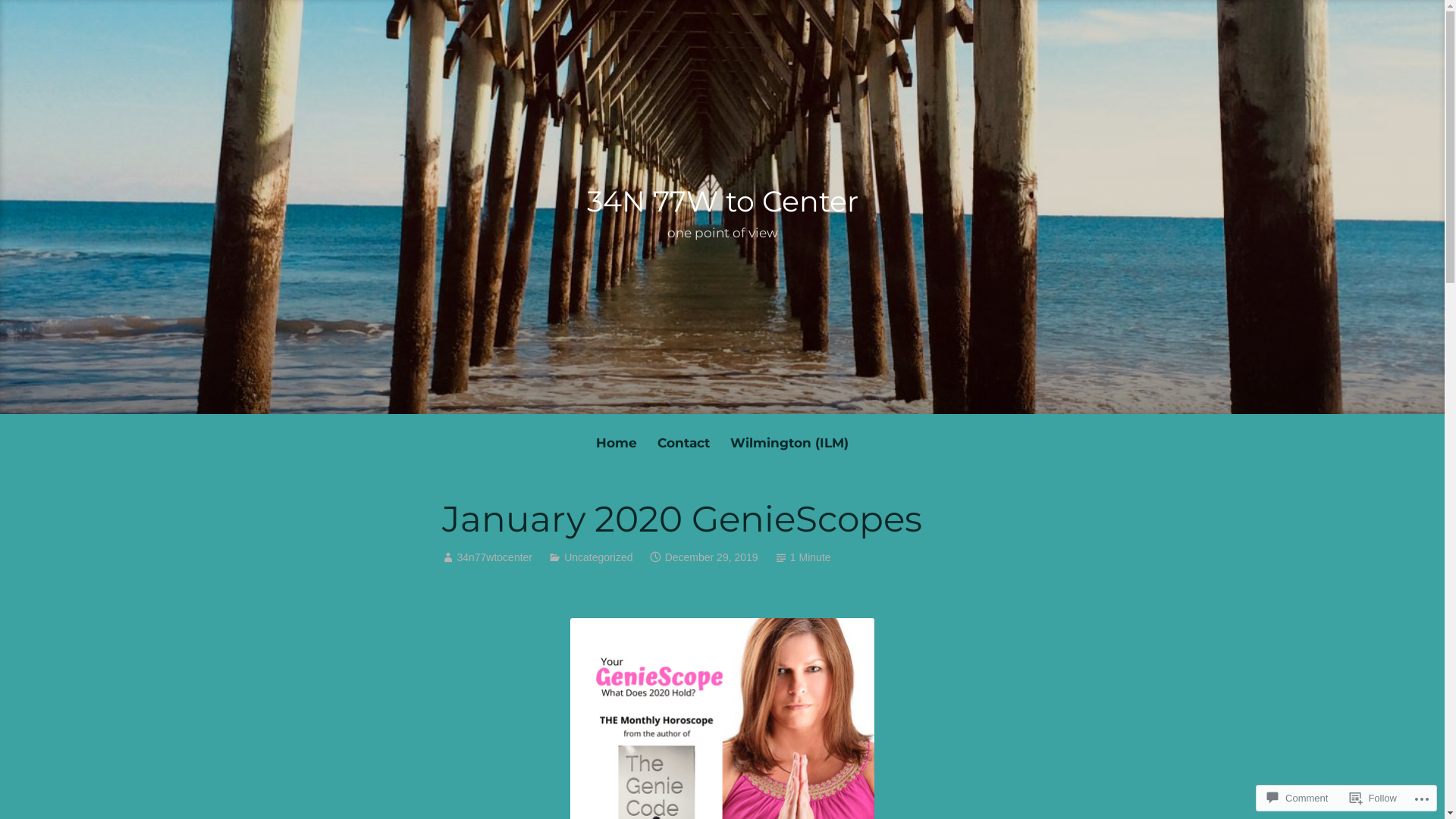  Describe the element at coordinates (494, 557) in the screenshot. I see `'34n77wtocenter'` at that location.